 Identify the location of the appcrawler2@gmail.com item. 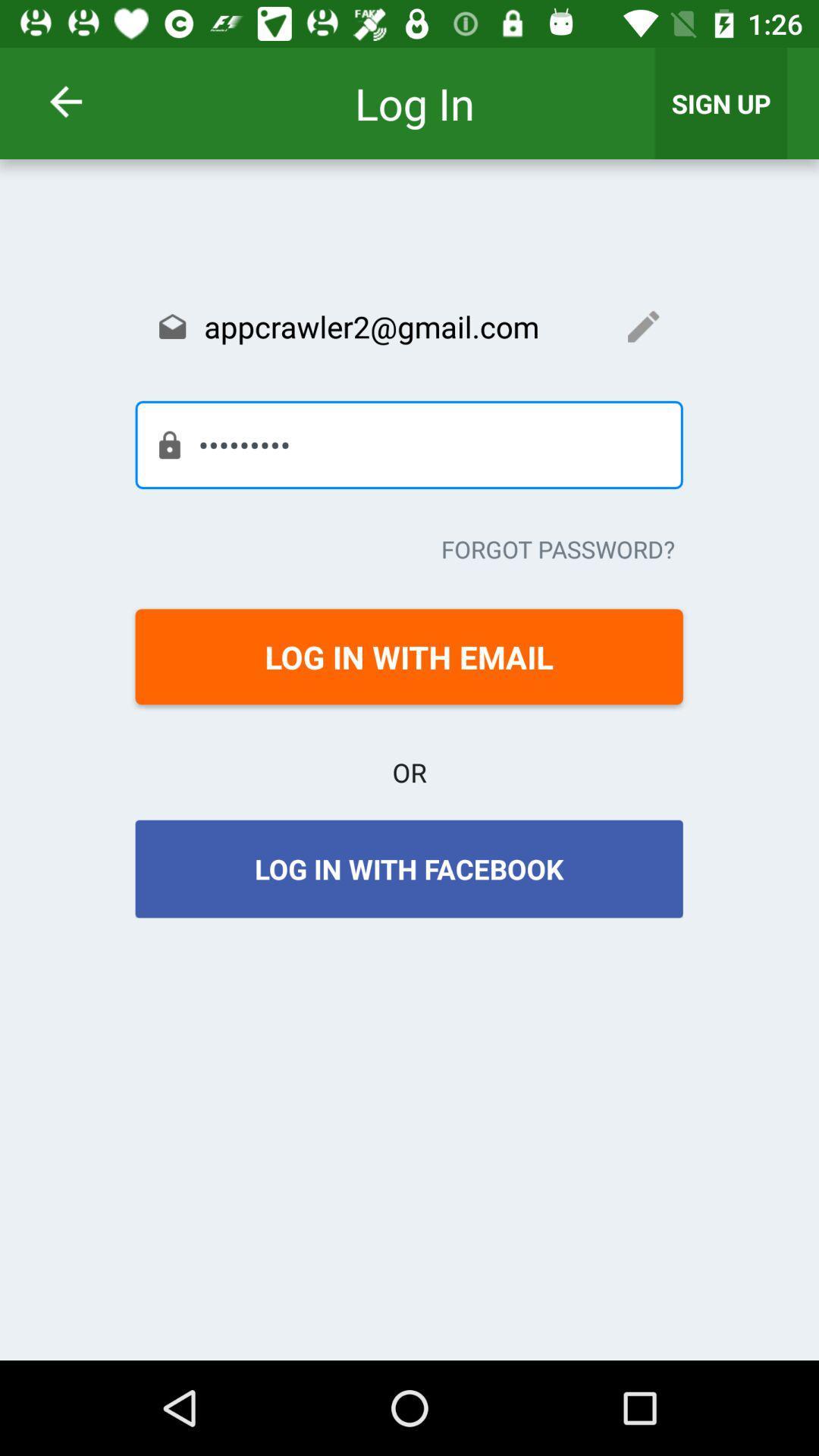
(408, 325).